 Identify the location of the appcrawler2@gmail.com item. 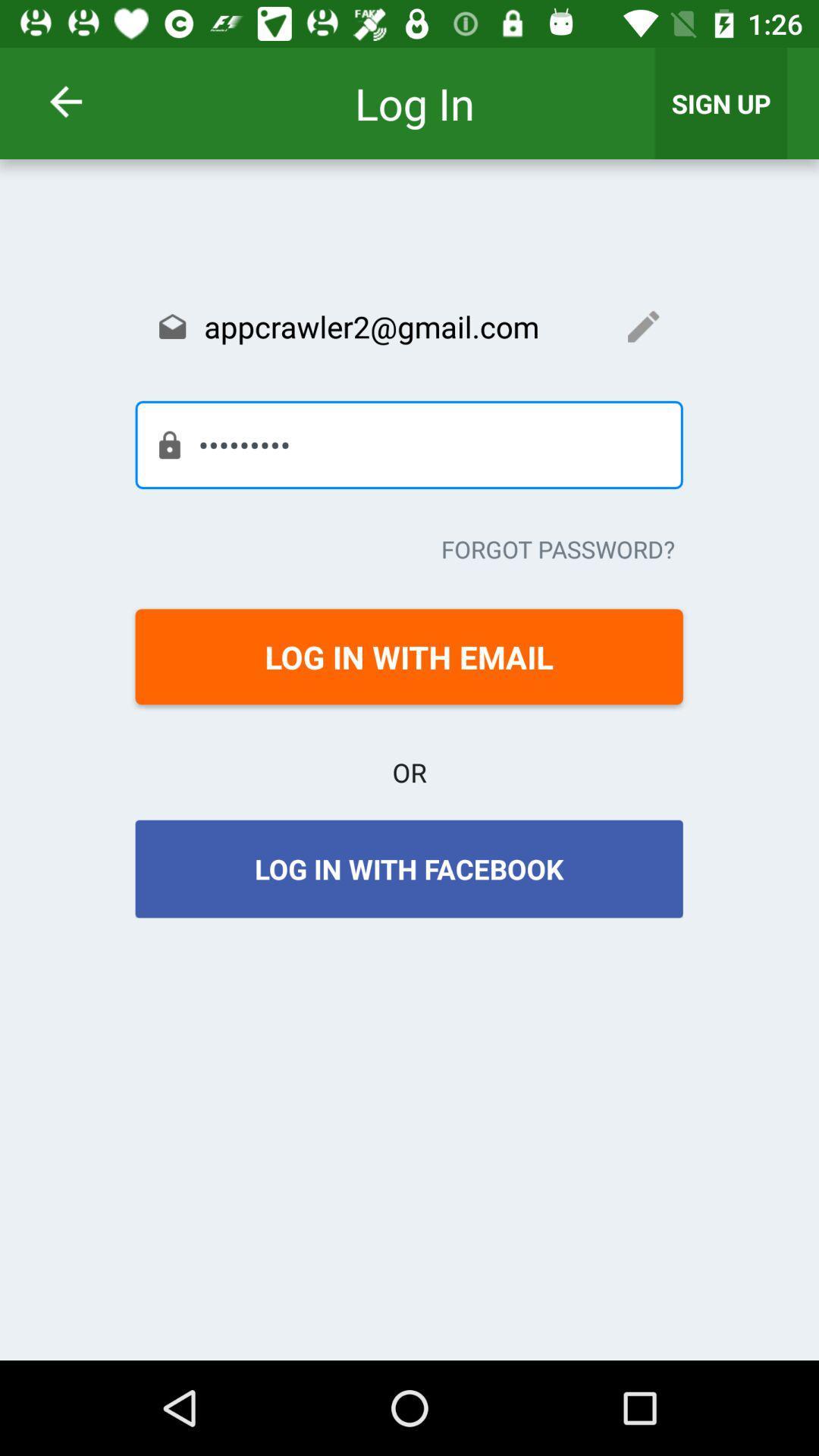
(408, 325).